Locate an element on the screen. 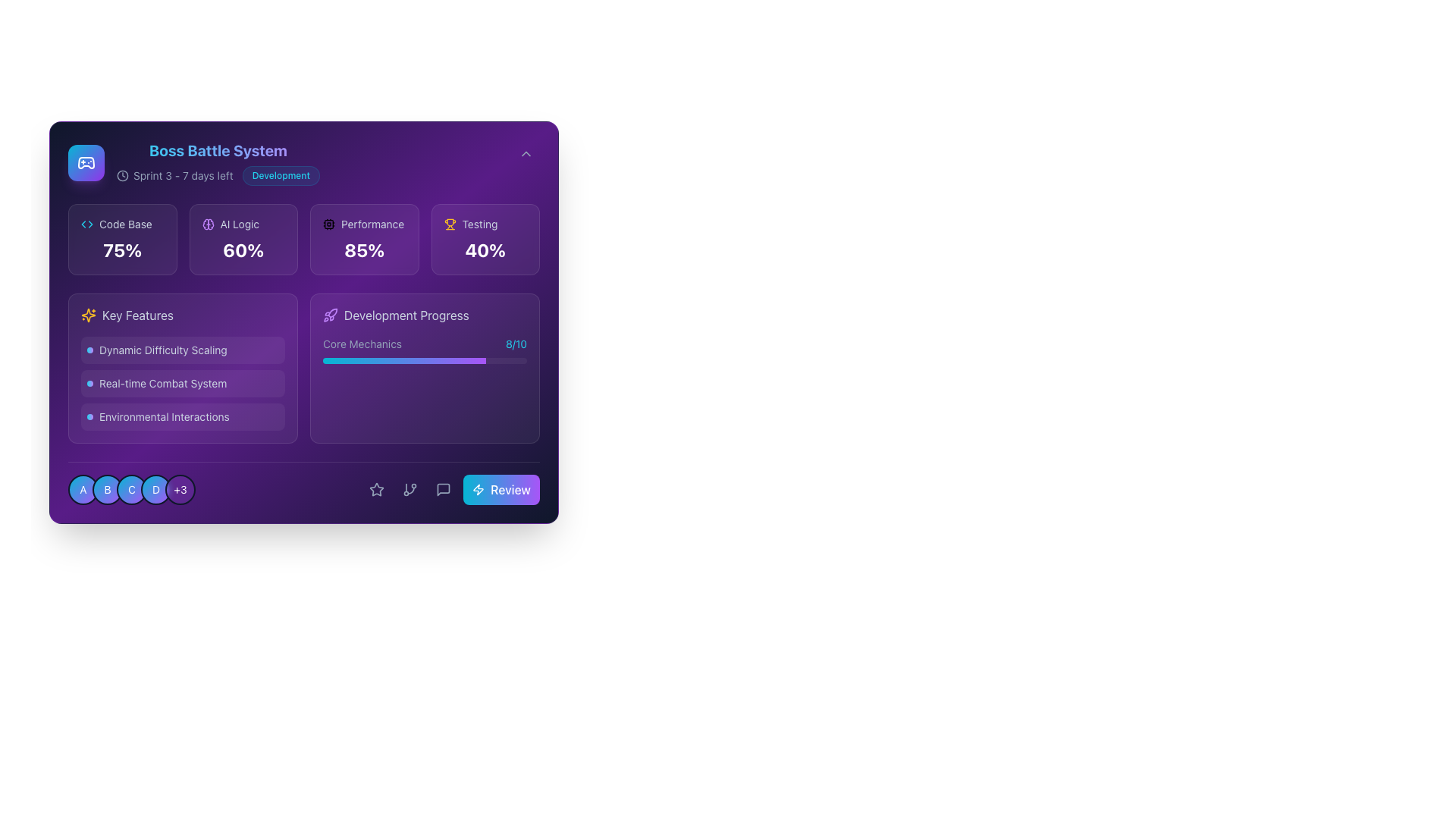 The image size is (1456, 819). the informational display element labeled 'Testing' located in the top-right corner of the card, which is grouped with another text element showing '40%' is located at coordinates (485, 224).